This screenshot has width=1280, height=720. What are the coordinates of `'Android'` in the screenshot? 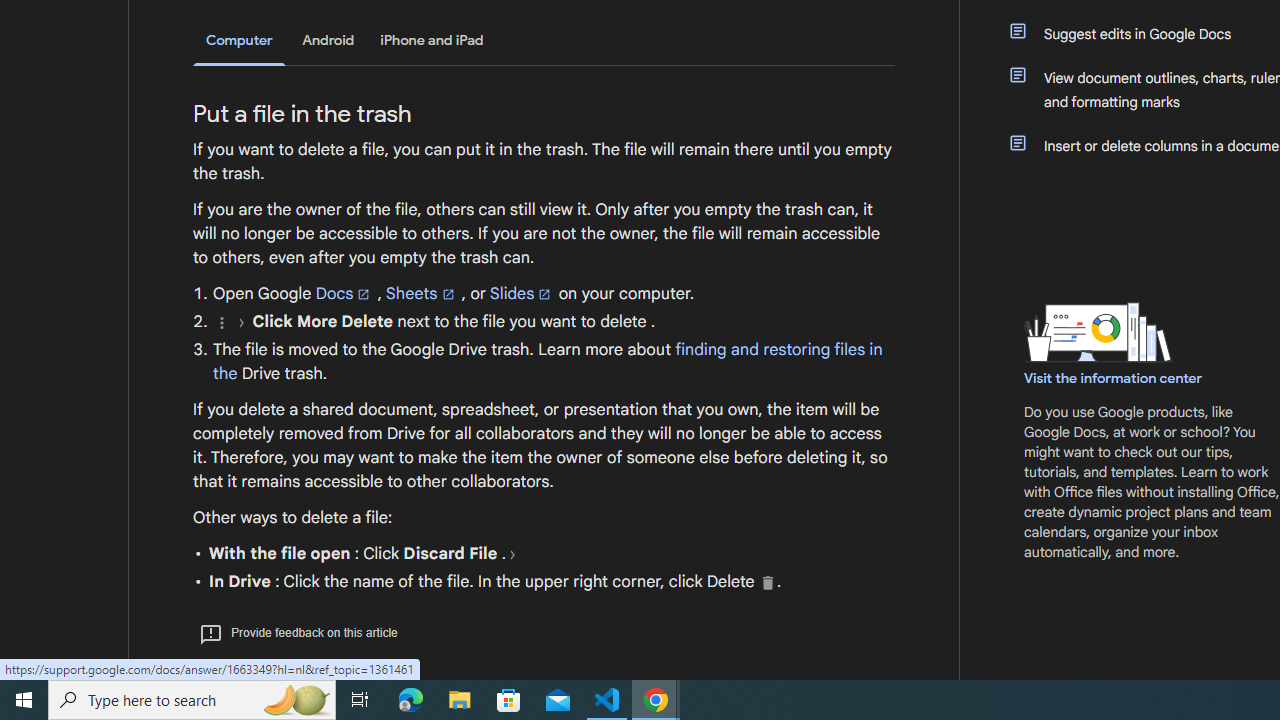 It's located at (328, 40).